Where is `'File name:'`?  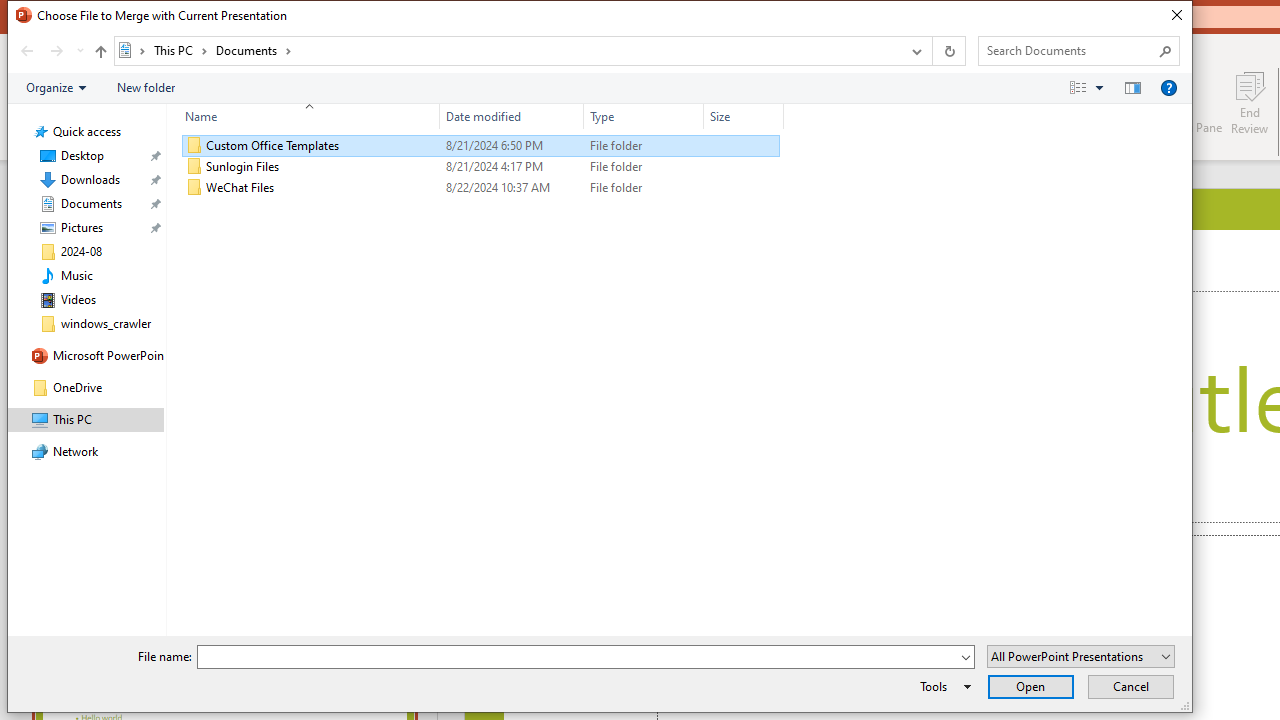 'File name:' is located at coordinates (576, 657).